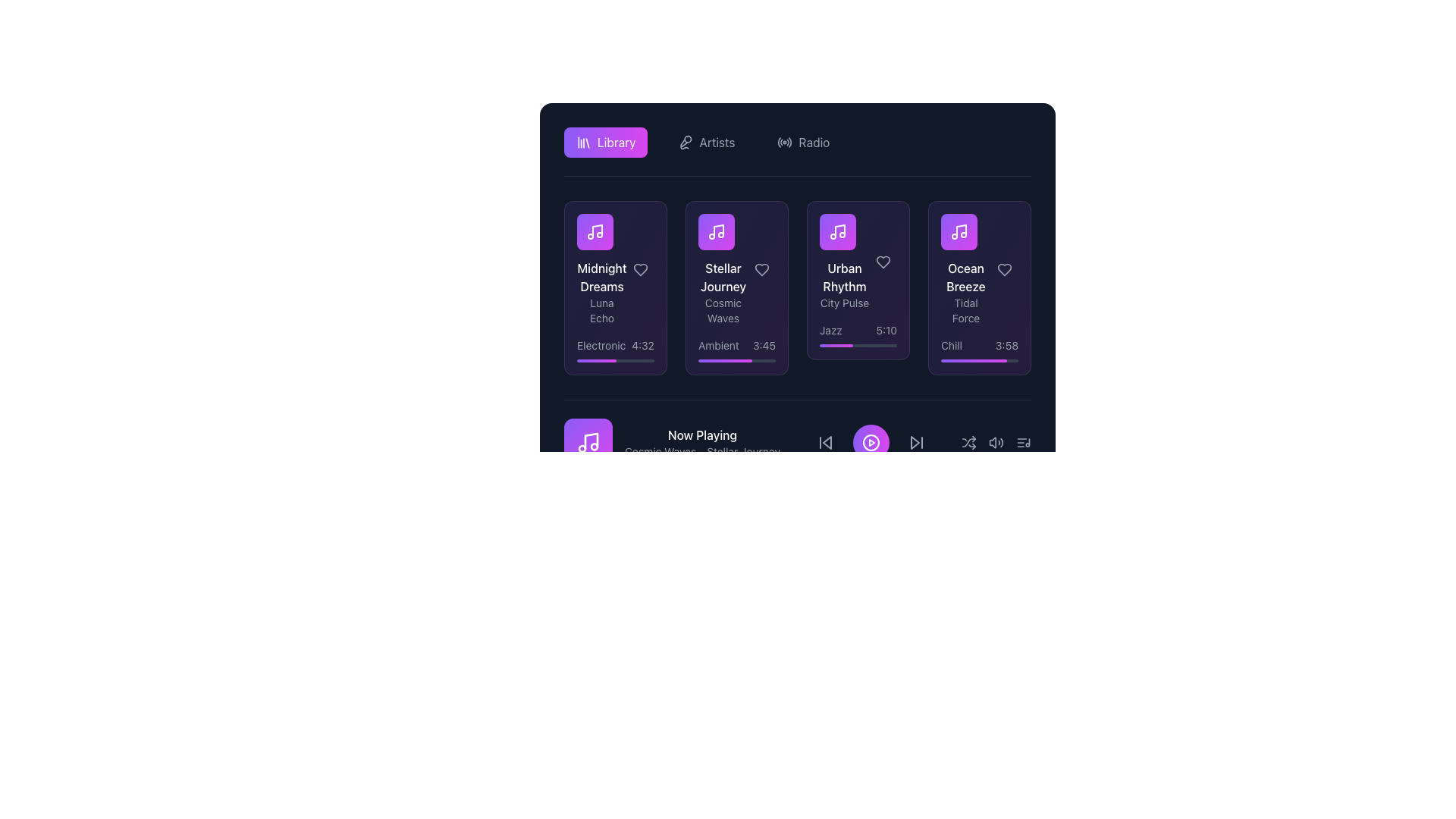 The height and width of the screenshot is (819, 1456). Describe the element at coordinates (761, 268) in the screenshot. I see `the favorite button located on the 'Stellar Journey' card` at that location.